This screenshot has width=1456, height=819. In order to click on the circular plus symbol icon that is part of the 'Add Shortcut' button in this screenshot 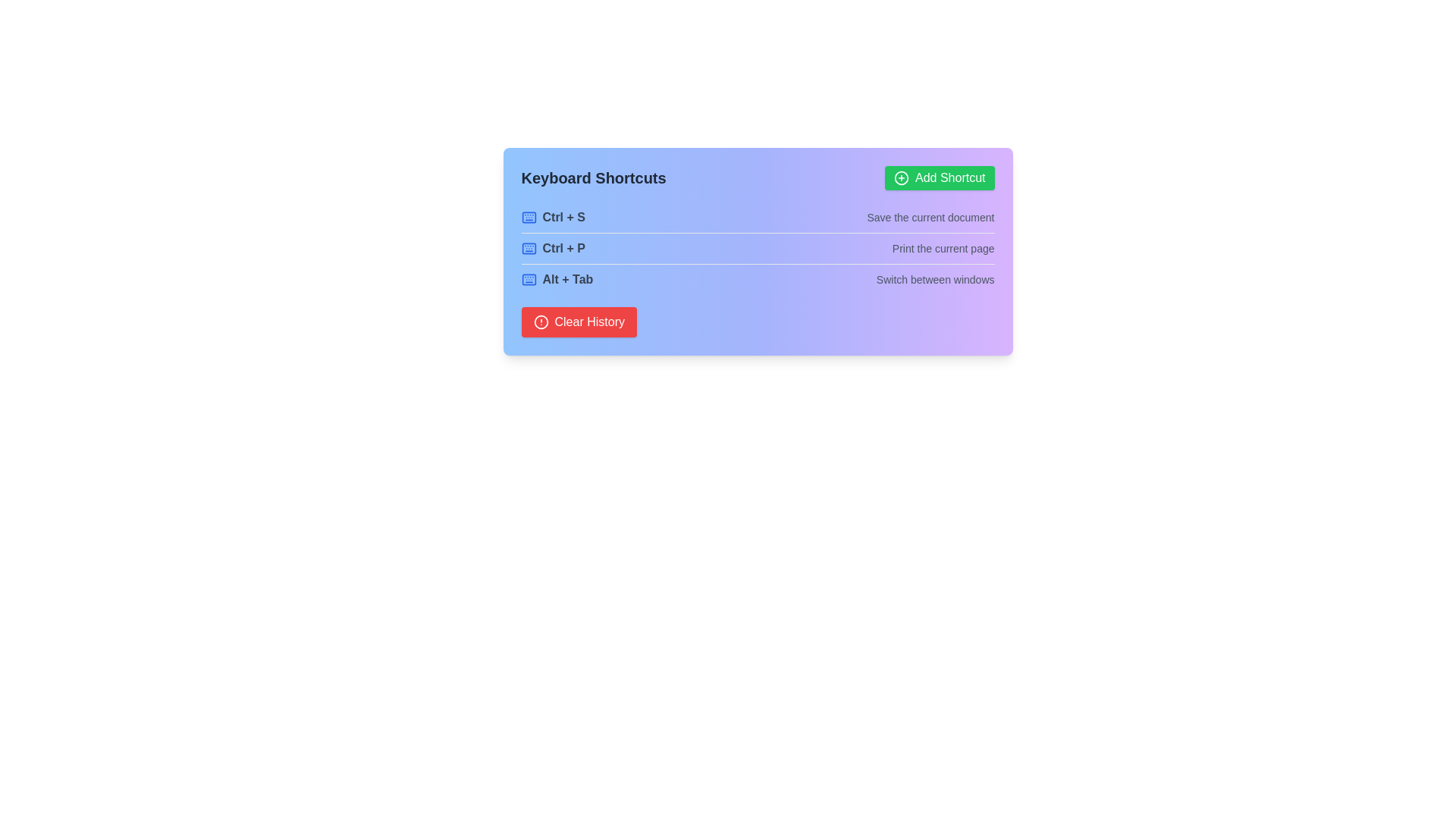, I will do `click(902, 177)`.